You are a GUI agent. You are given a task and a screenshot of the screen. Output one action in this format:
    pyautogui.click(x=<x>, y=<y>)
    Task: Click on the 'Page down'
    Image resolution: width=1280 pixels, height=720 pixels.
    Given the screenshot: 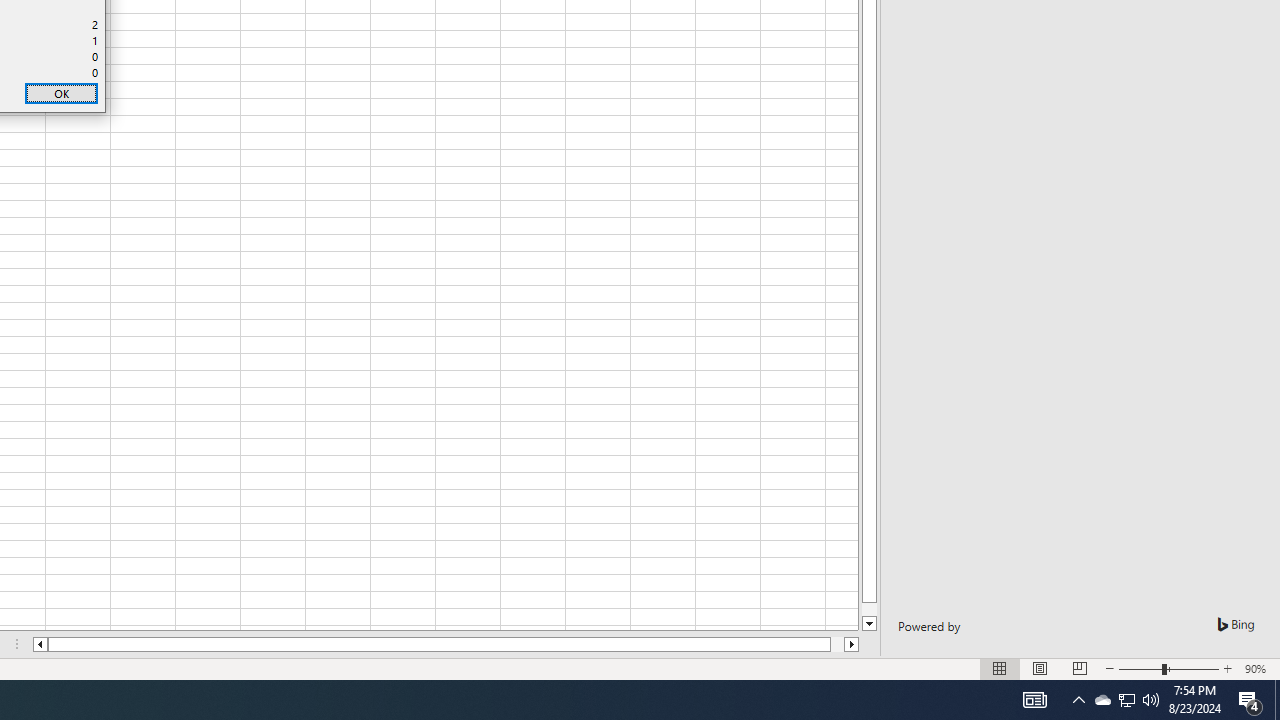 What is the action you would take?
    pyautogui.click(x=869, y=608)
    